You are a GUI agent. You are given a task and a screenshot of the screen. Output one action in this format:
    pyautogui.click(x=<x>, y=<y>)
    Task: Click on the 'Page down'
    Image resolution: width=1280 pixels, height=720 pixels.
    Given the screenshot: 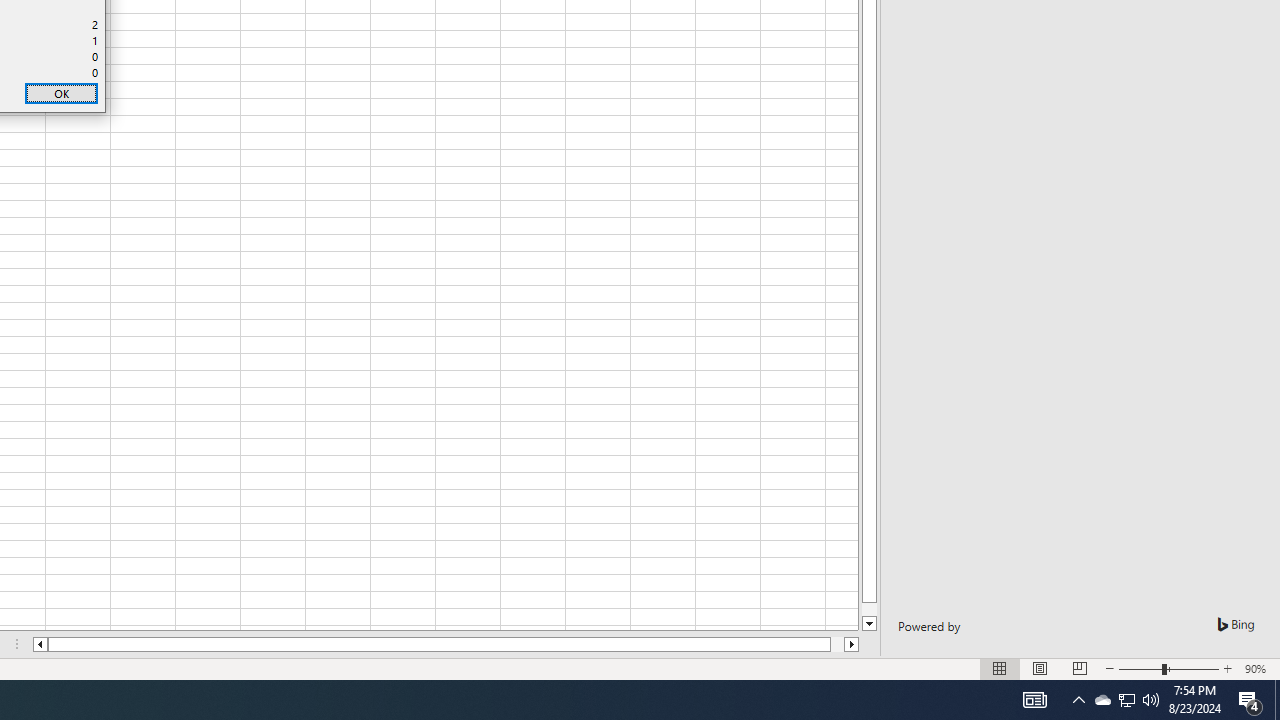 What is the action you would take?
    pyautogui.click(x=869, y=608)
    